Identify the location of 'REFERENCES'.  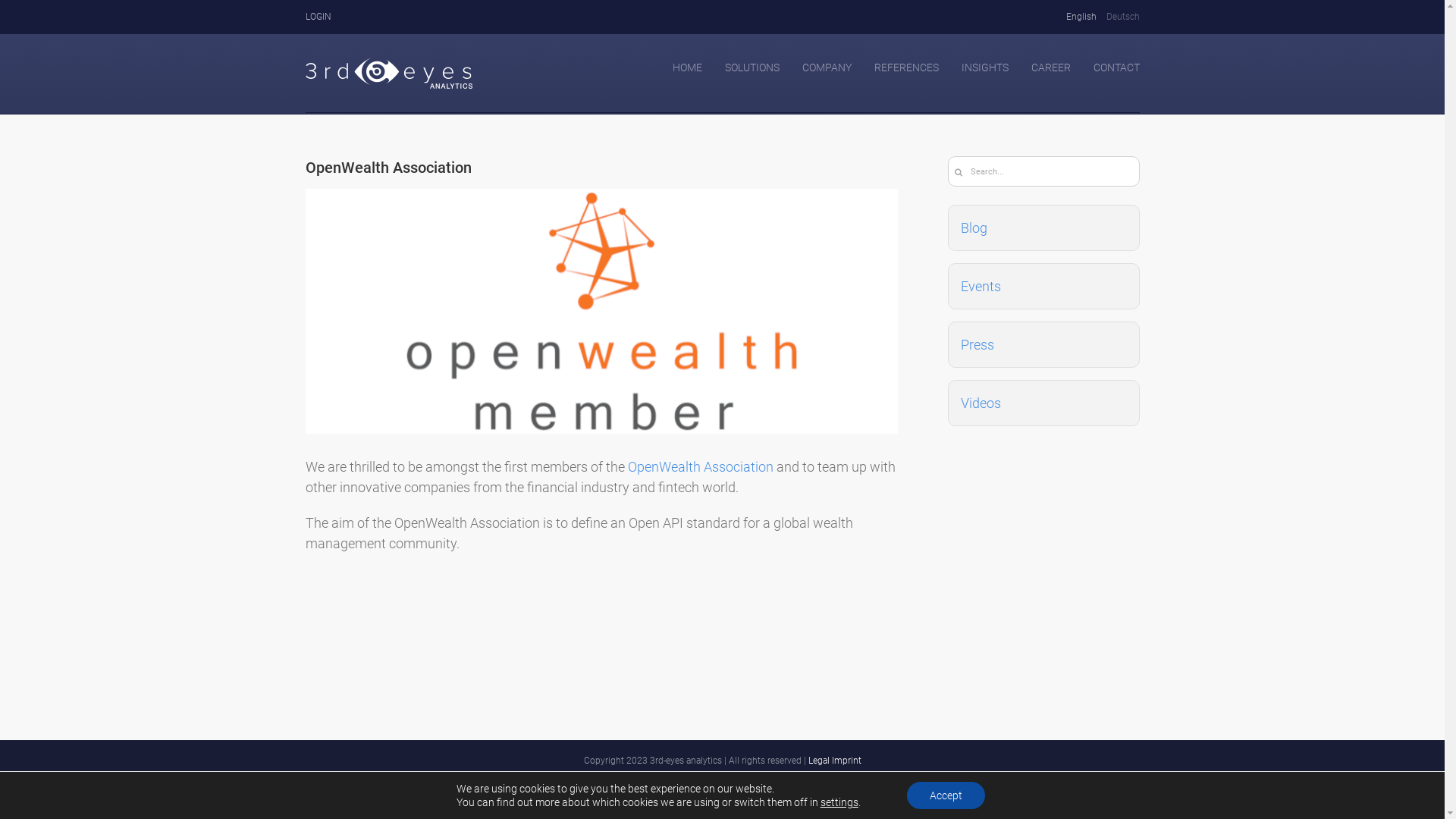
(905, 65).